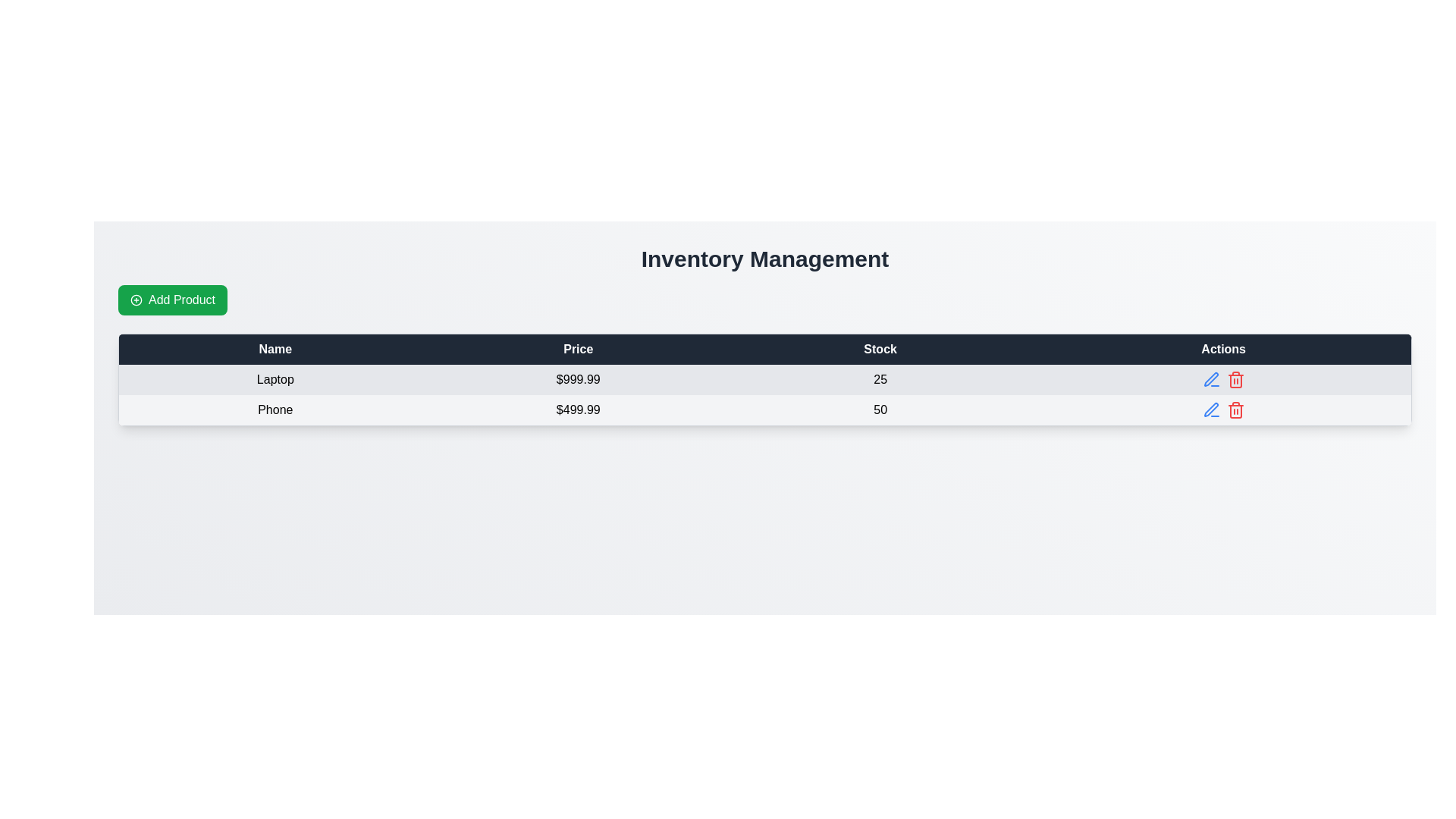 The image size is (1456, 819). I want to click on the Text label (header) displaying 'Name', which is the first header in a tabular structure with a dark blue background, so click(275, 349).